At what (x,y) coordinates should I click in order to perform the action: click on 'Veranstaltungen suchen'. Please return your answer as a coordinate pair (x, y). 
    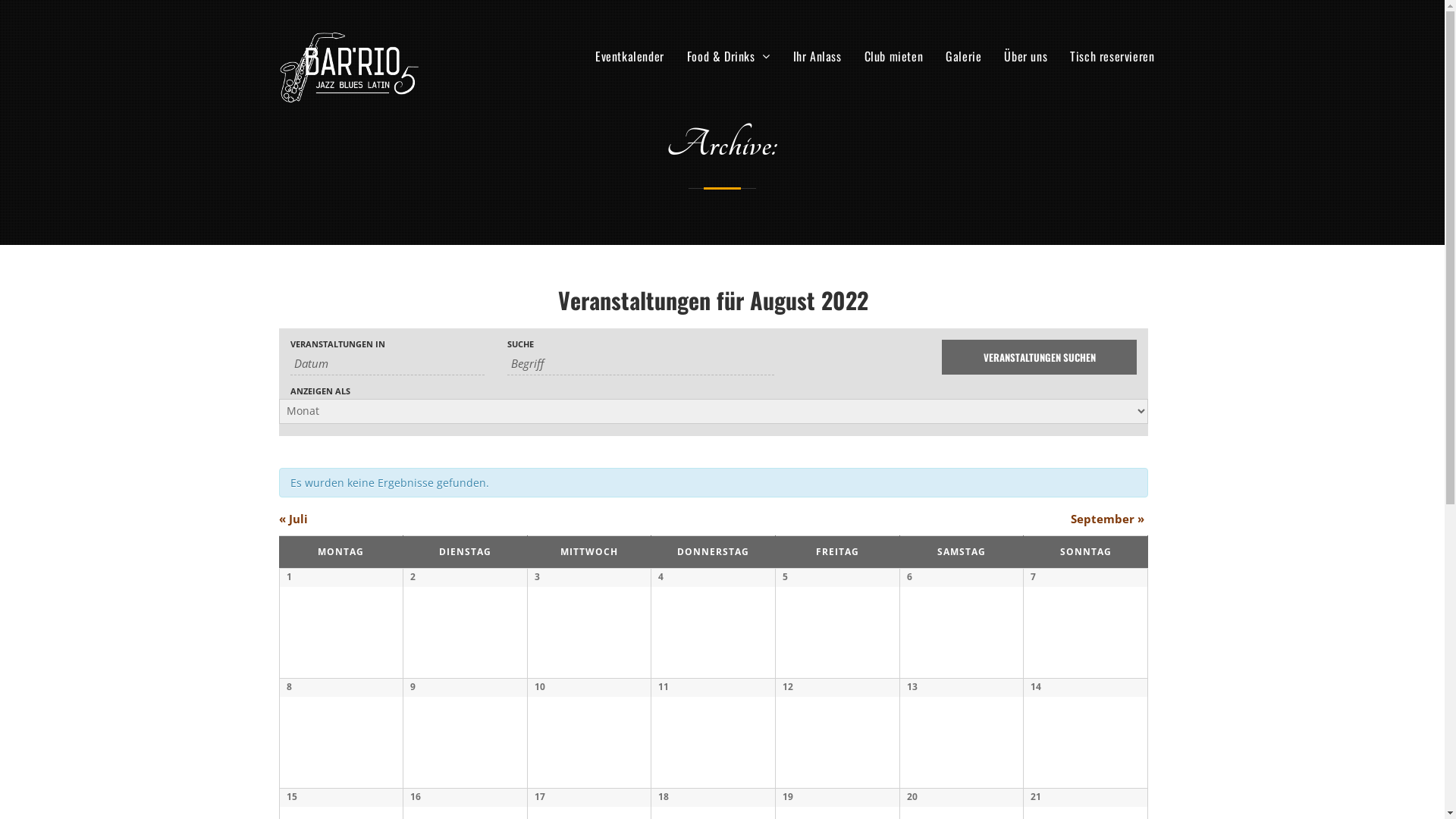
    Looking at the image, I should click on (1038, 356).